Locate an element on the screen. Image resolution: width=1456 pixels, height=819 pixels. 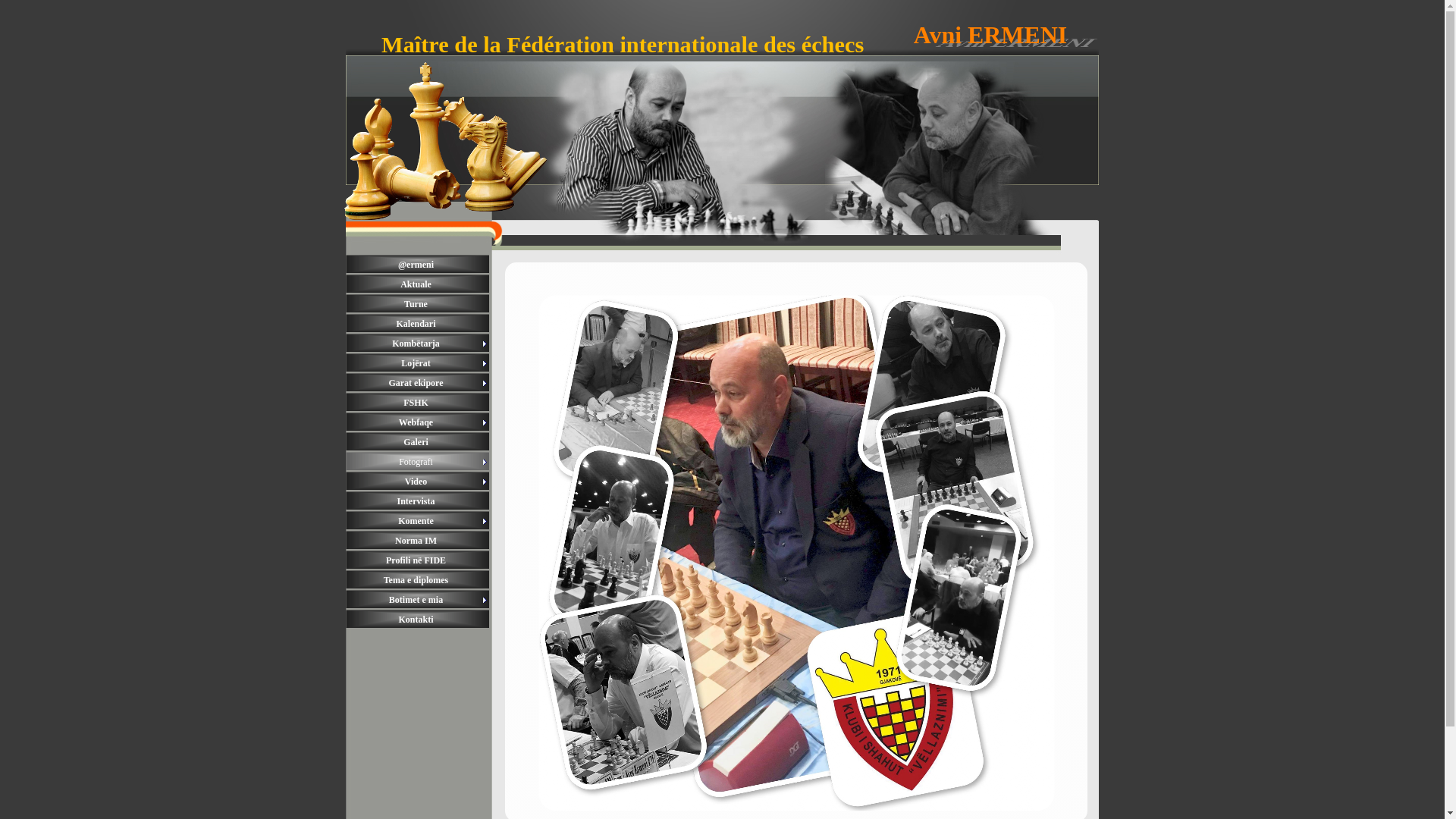
'Turne' is located at coordinates (418, 304).